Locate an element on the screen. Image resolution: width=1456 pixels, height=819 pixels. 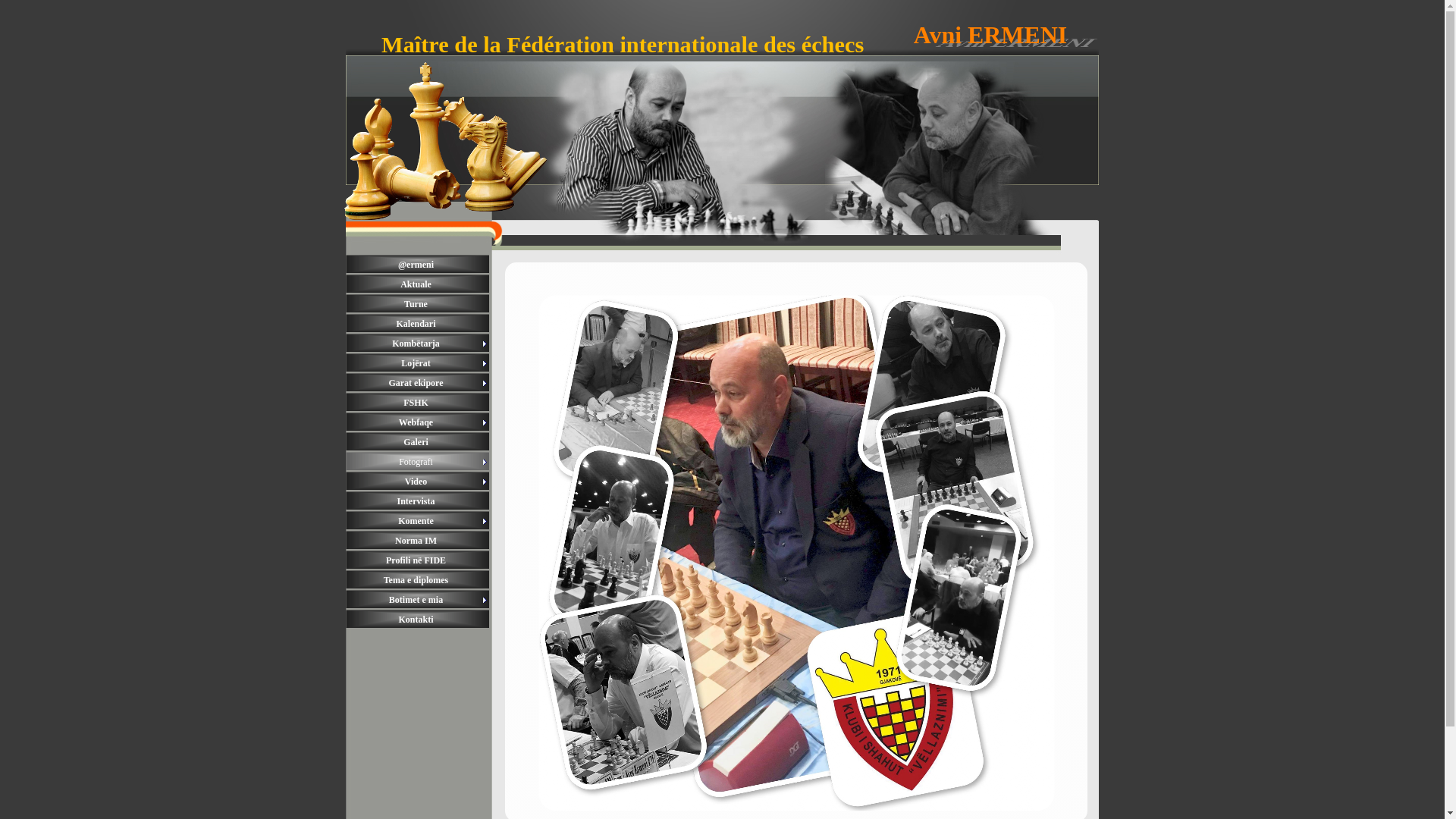
'Turne' is located at coordinates (418, 304).